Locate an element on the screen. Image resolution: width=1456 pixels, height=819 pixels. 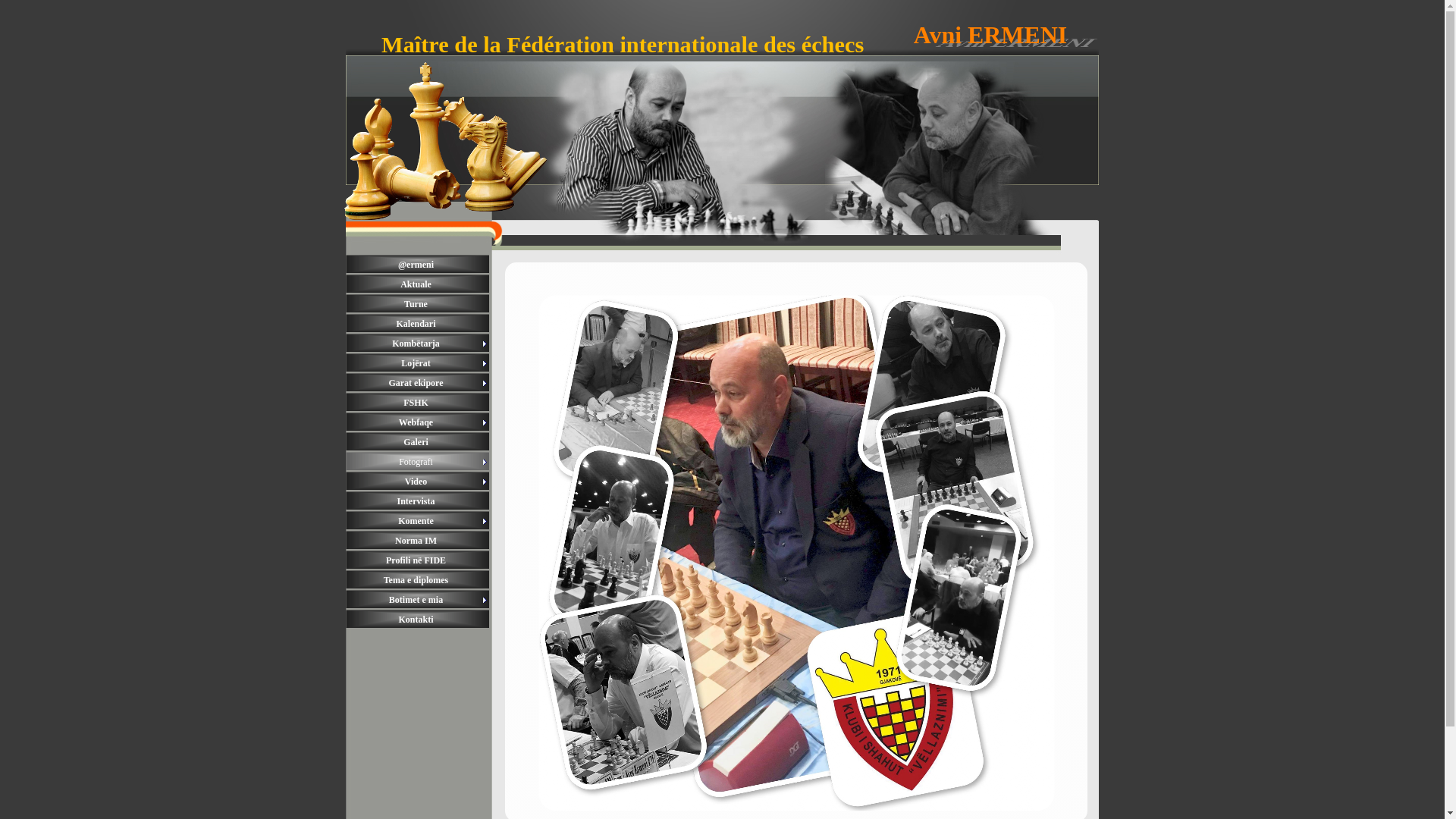
'Turne' is located at coordinates (418, 304).